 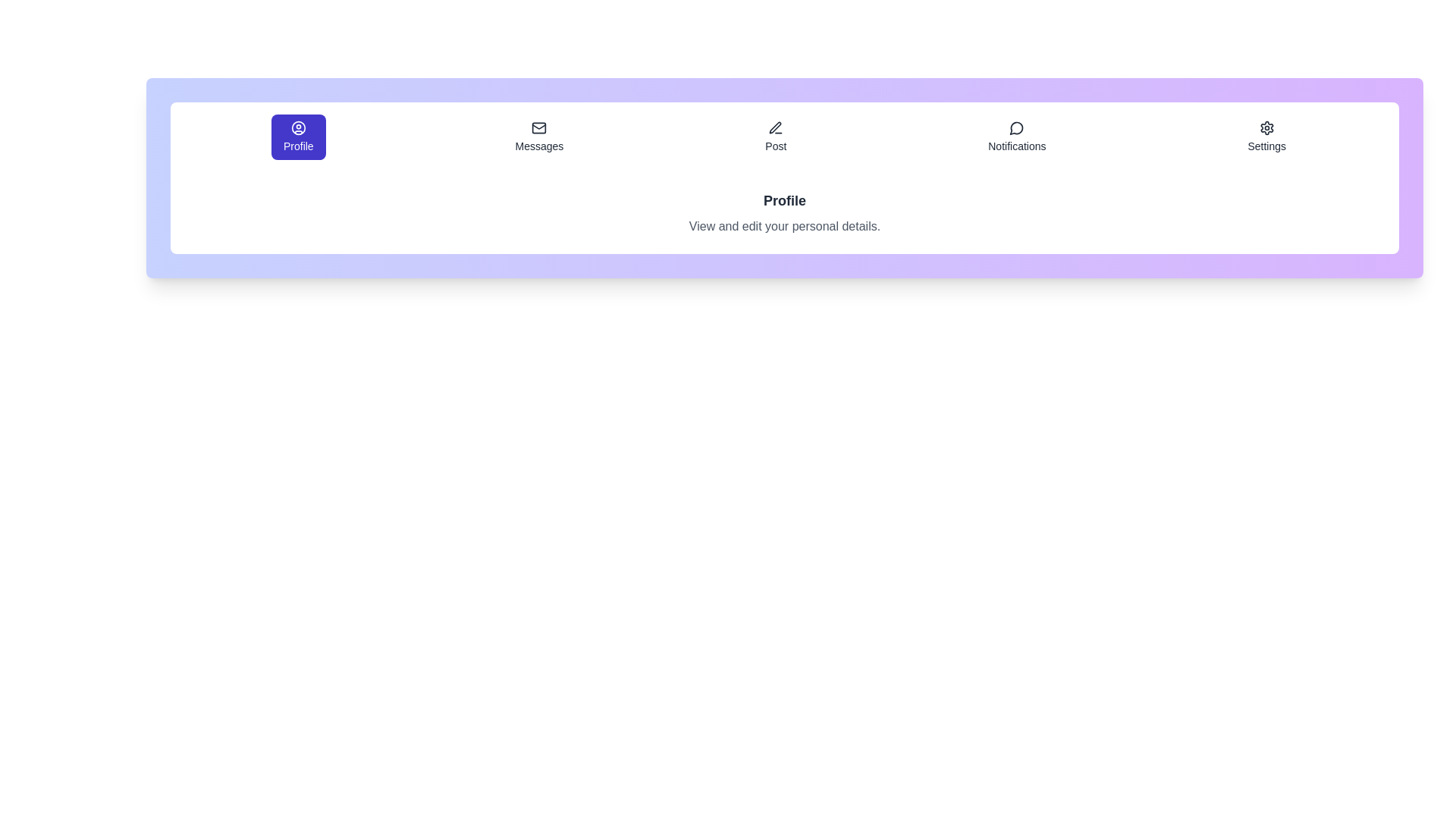 I want to click on the tab labeled Profile to preview its interaction effect, so click(x=298, y=137).